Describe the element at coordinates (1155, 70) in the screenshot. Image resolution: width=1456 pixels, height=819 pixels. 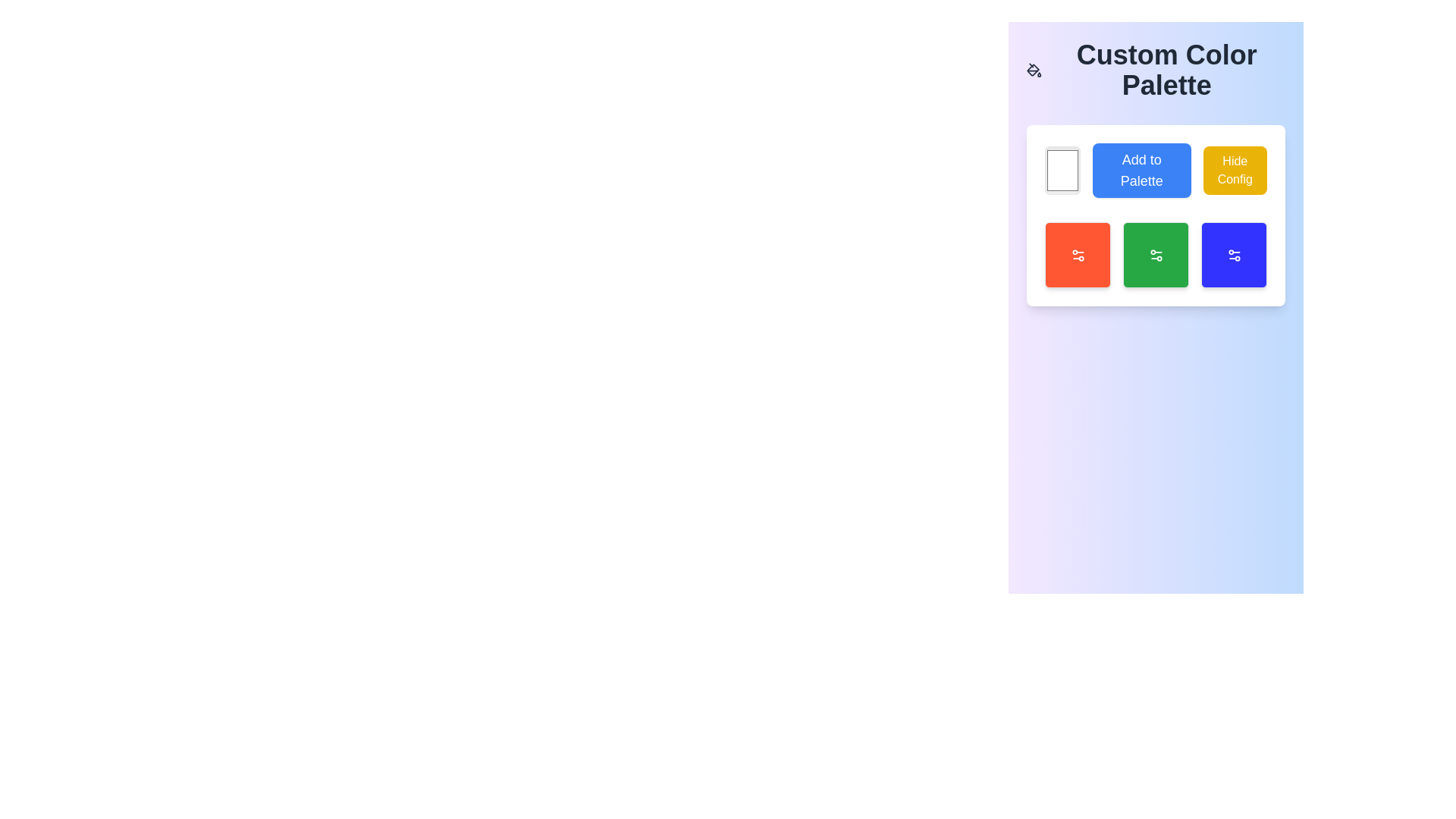
I see `the heading text element that provides users with a clear understanding of the custom color palette section` at that location.